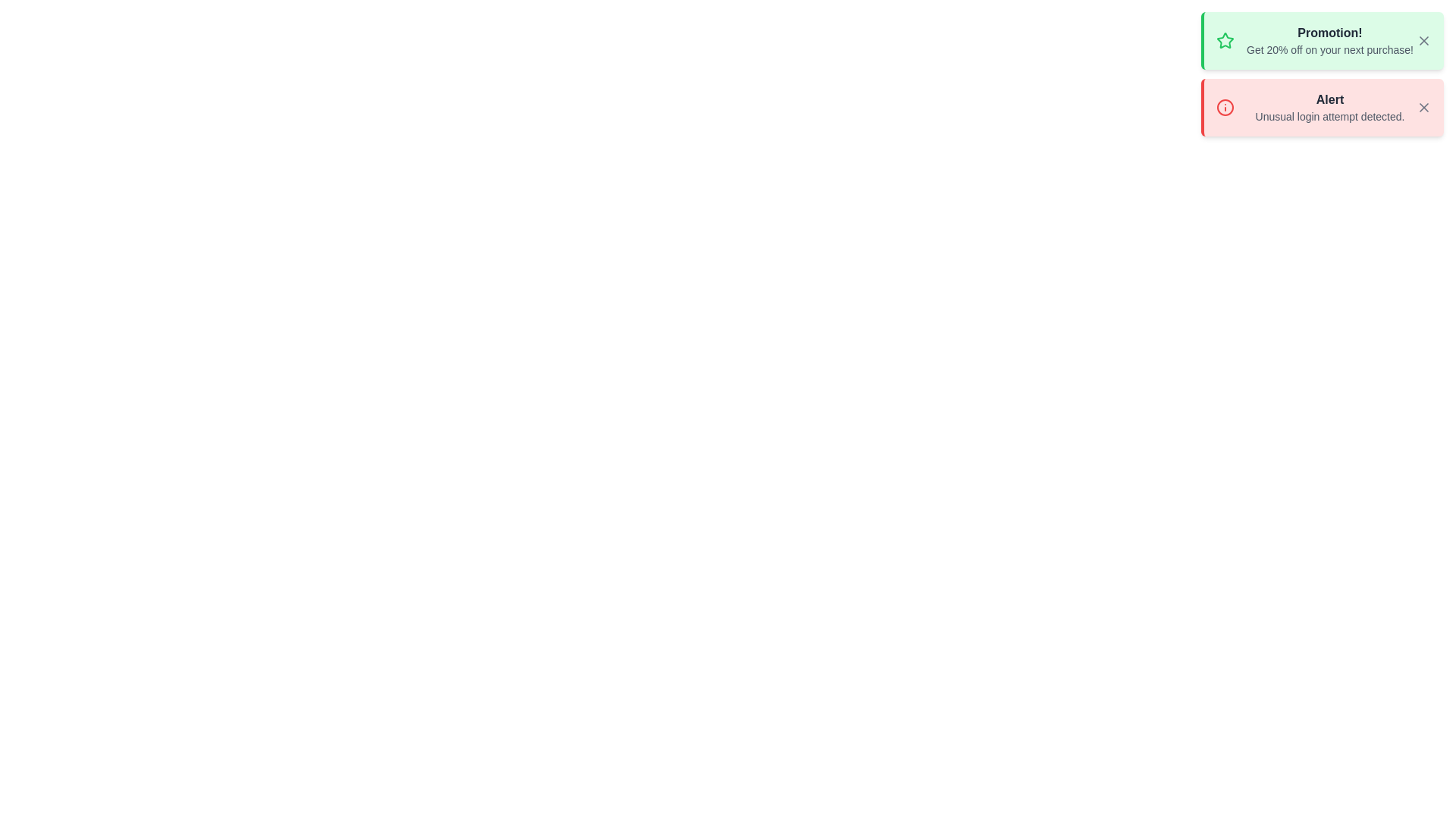  Describe the element at coordinates (1423, 107) in the screenshot. I see `the close icon represented by a diagonal line forming part of a cross (X) shape located in the top right corner of a red alert box` at that location.